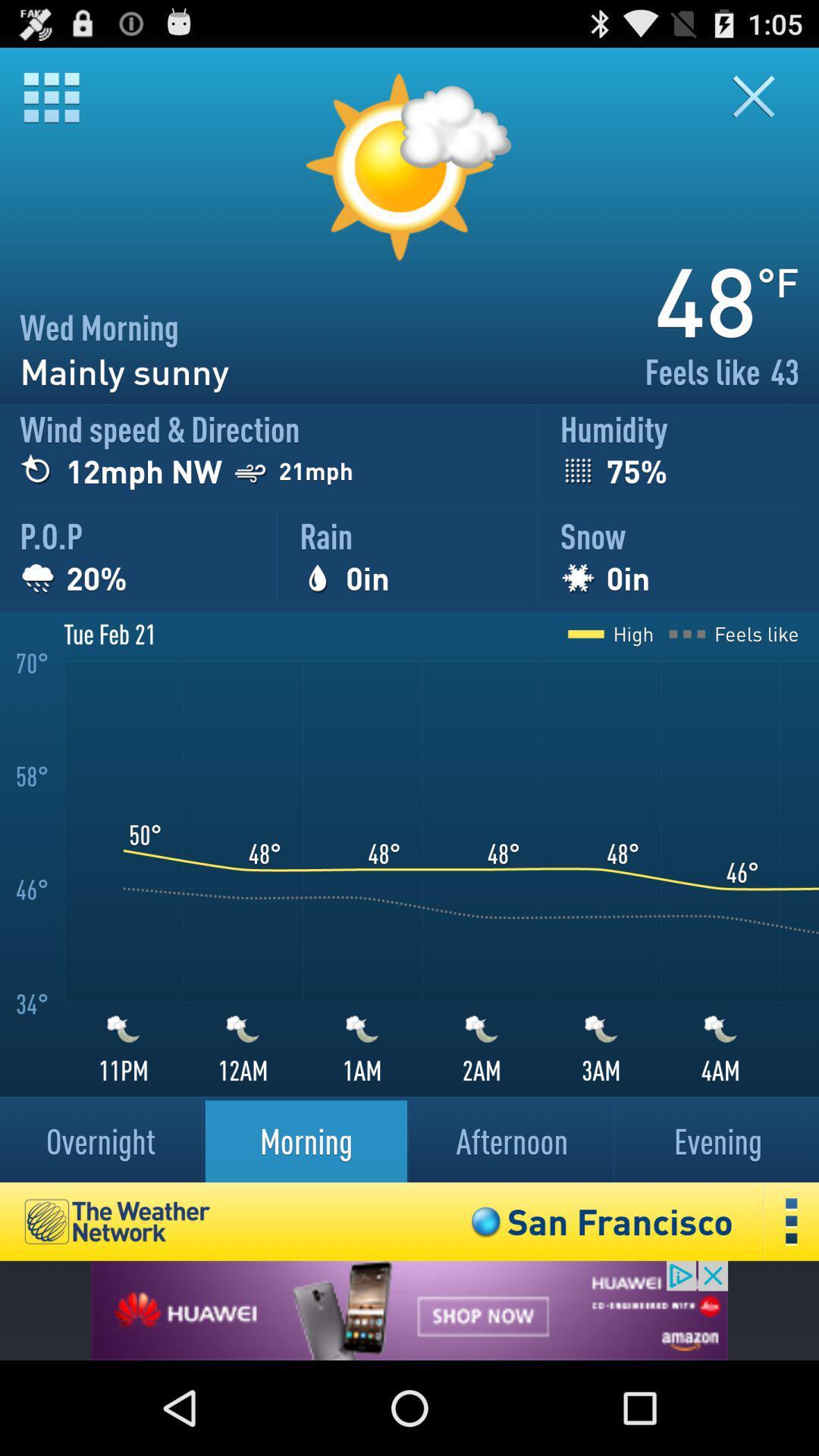 The width and height of the screenshot is (819, 1456). Describe the element at coordinates (791, 1222) in the screenshot. I see `open the option menu for san francisco` at that location.